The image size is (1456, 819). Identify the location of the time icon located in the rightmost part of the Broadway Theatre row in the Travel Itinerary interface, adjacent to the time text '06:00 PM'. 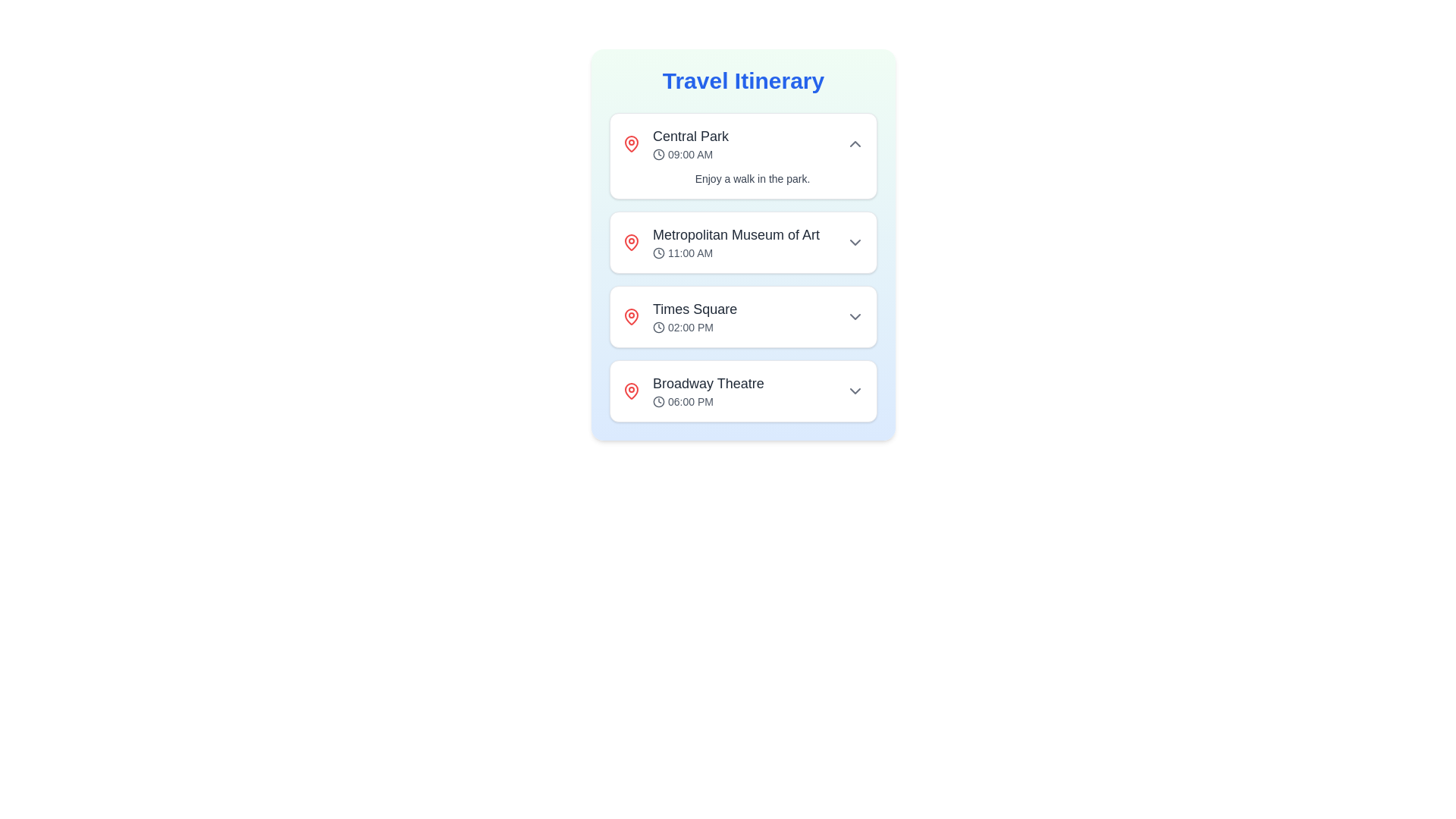
(658, 400).